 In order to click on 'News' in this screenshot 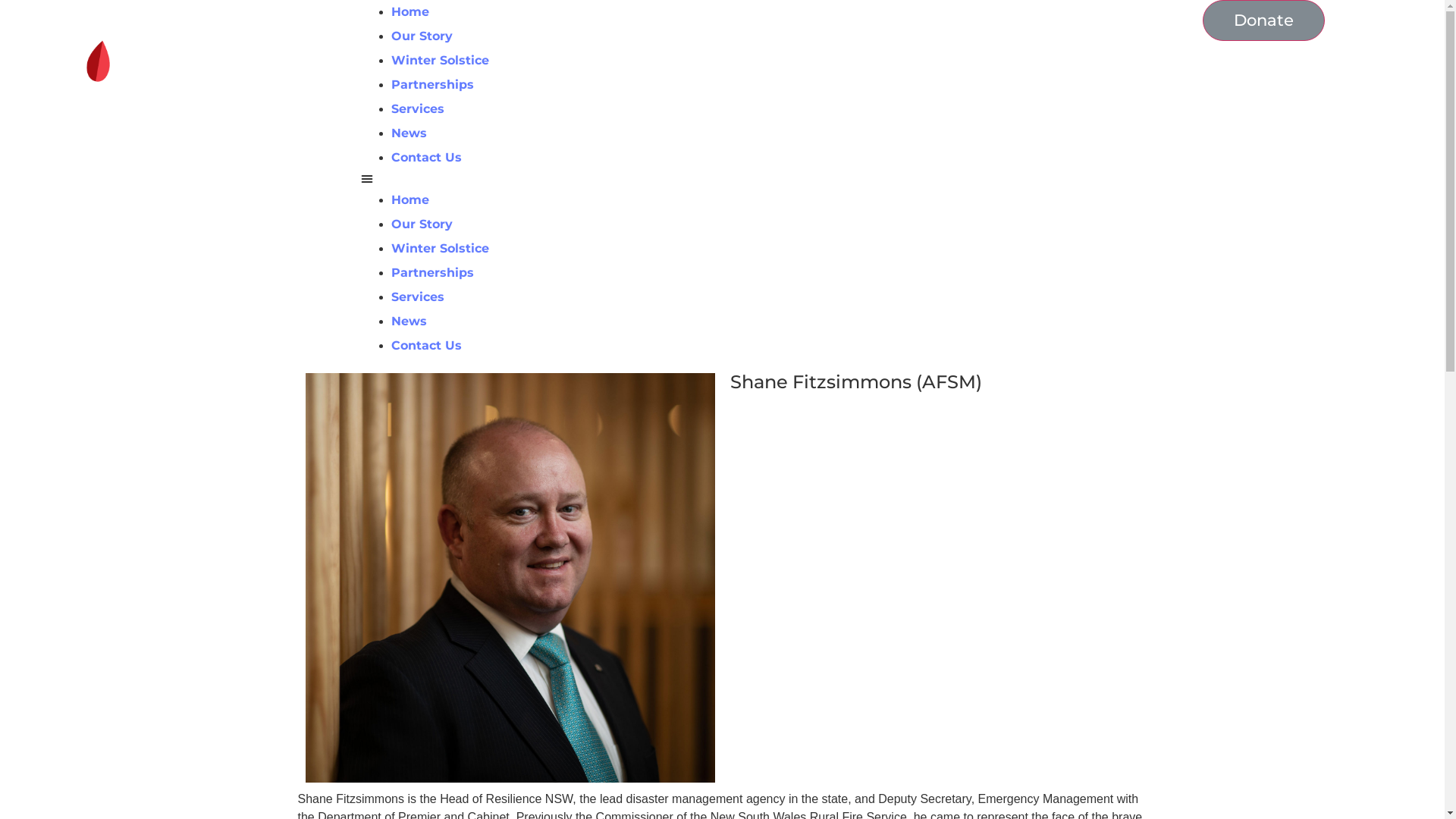, I will do `click(391, 320)`.